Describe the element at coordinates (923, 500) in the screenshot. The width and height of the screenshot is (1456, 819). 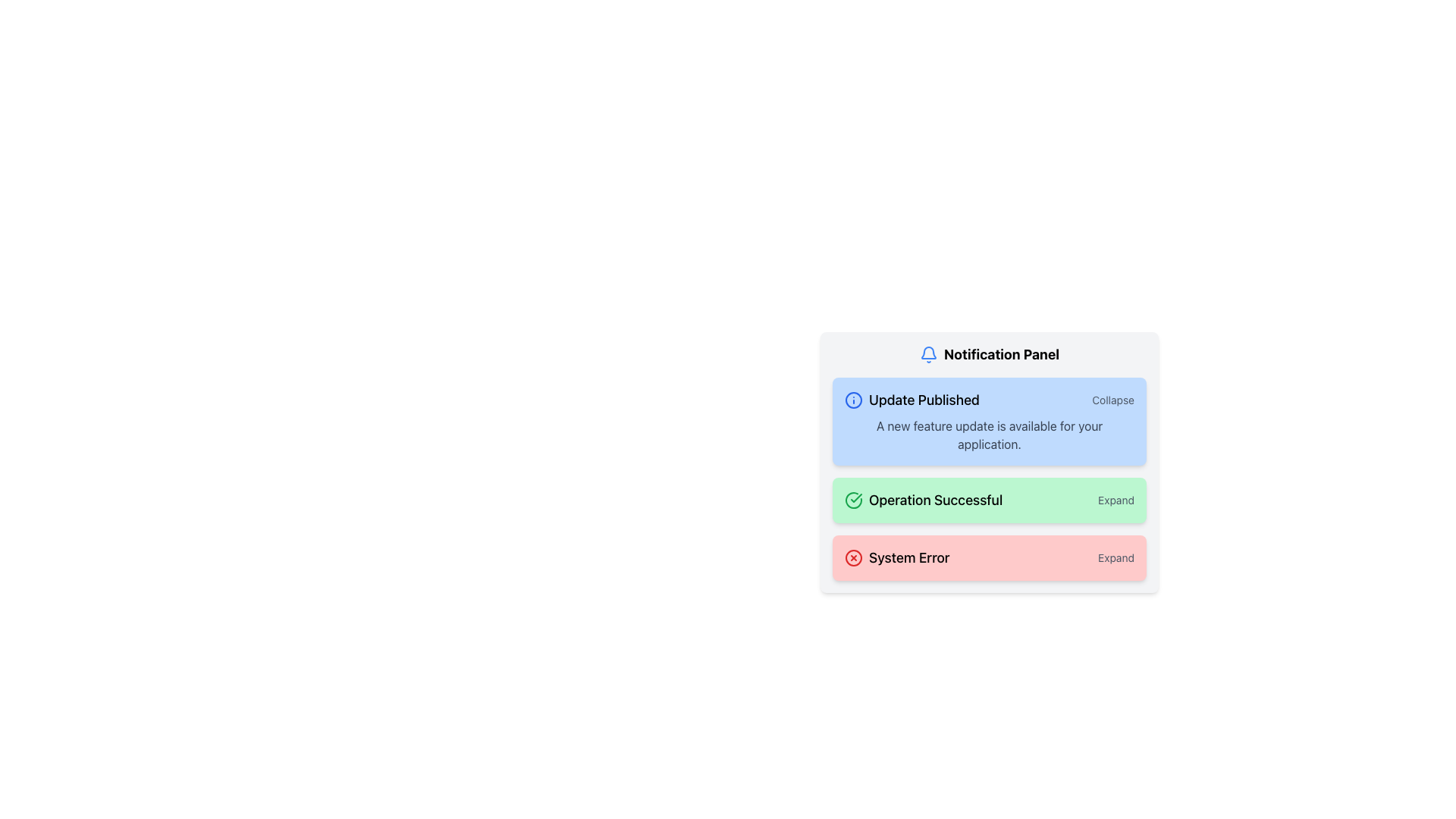
I see `the success message notification text label, which is the second item in the list, located between 'Update Published' and 'System Error'` at that location.